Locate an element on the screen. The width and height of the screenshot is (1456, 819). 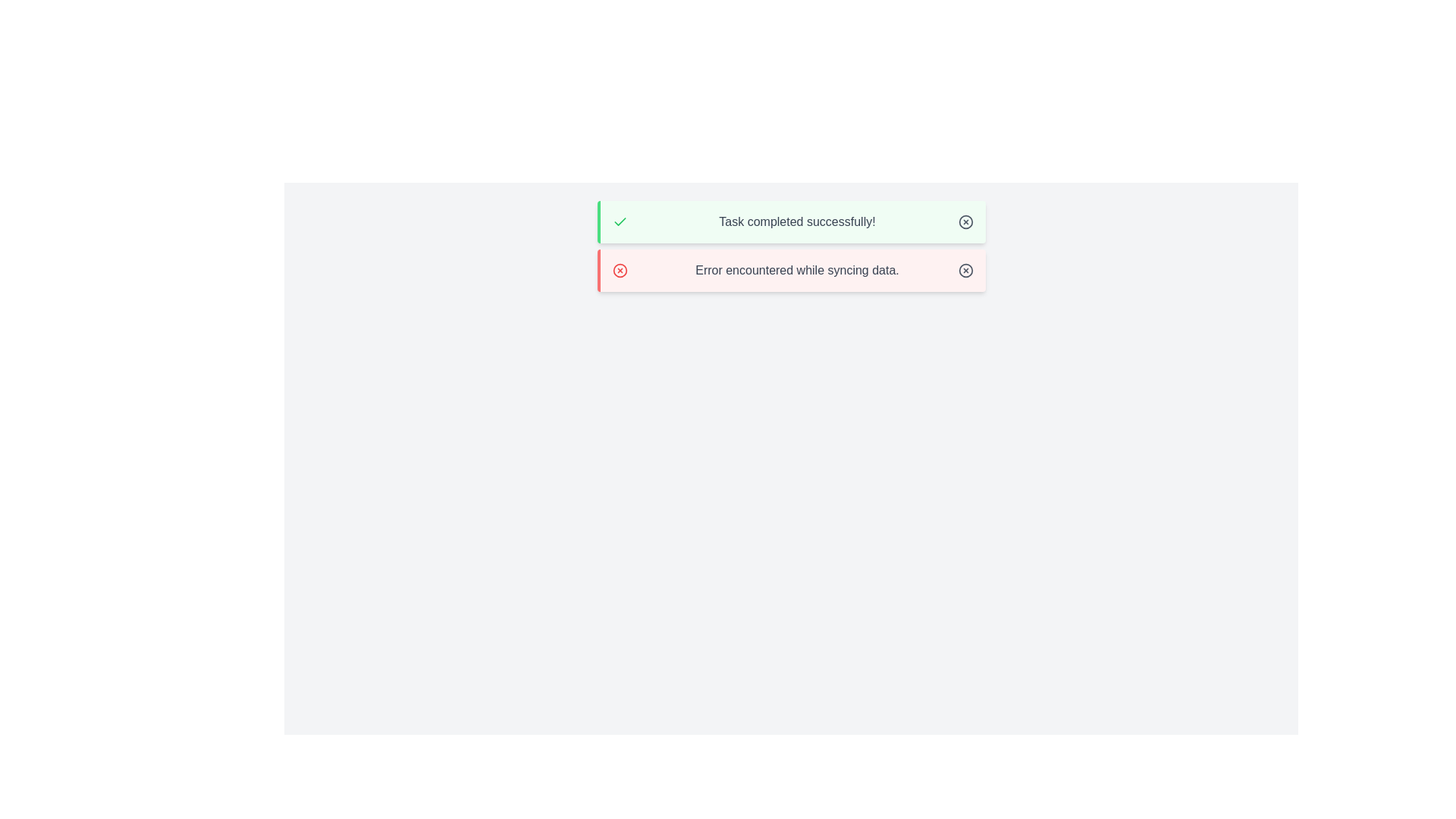
the green check mark icon located in the upper-left side of the notification card that reads 'Task completed successfully!' is located at coordinates (620, 222).